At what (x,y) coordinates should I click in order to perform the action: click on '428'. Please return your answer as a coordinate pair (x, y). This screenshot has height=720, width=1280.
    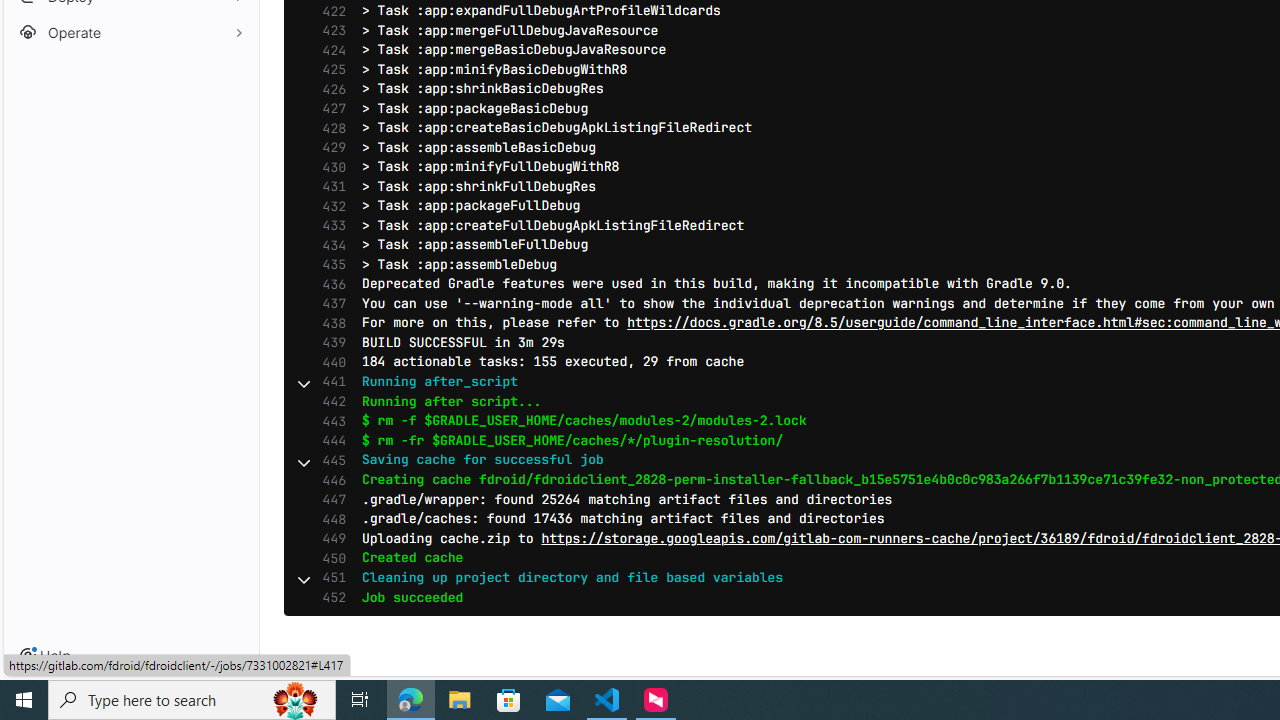
    Looking at the image, I should click on (329, 128).